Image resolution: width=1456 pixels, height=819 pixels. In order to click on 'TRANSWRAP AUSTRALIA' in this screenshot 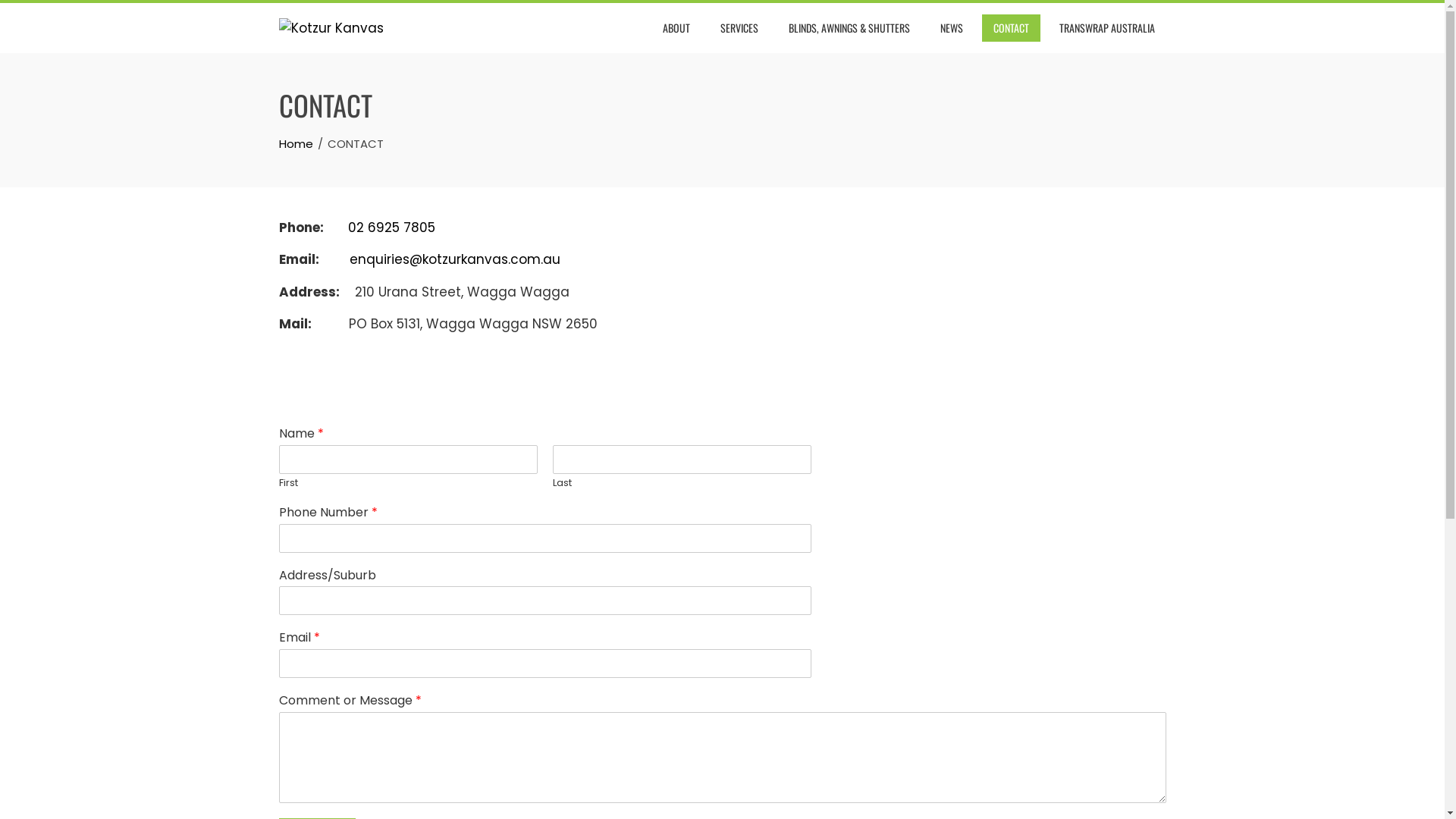, I will do `click(1106, 28)`.